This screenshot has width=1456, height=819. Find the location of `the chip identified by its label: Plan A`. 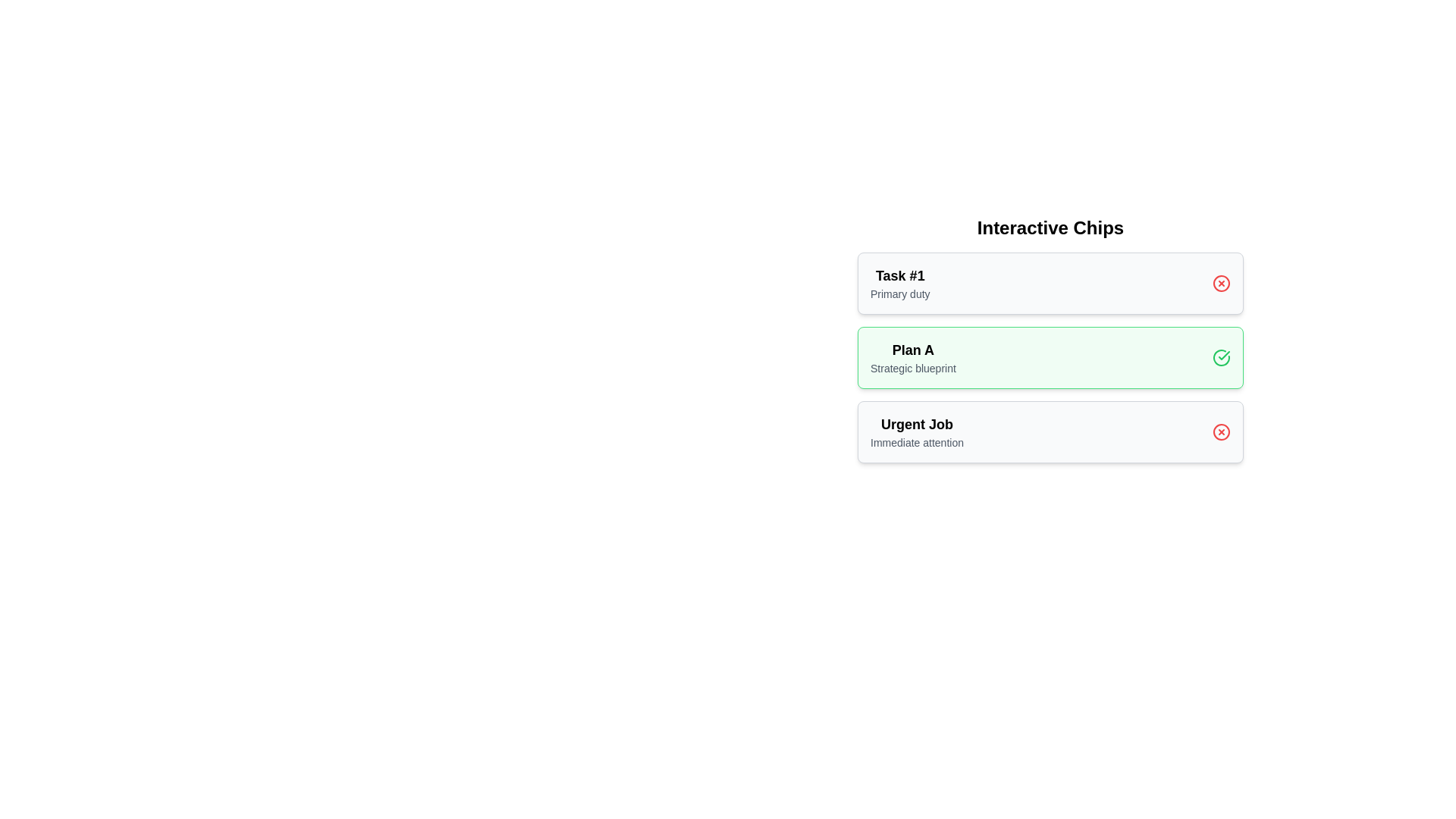

the chip identified by its label: Plan A is located at coordinates (1222, 357).